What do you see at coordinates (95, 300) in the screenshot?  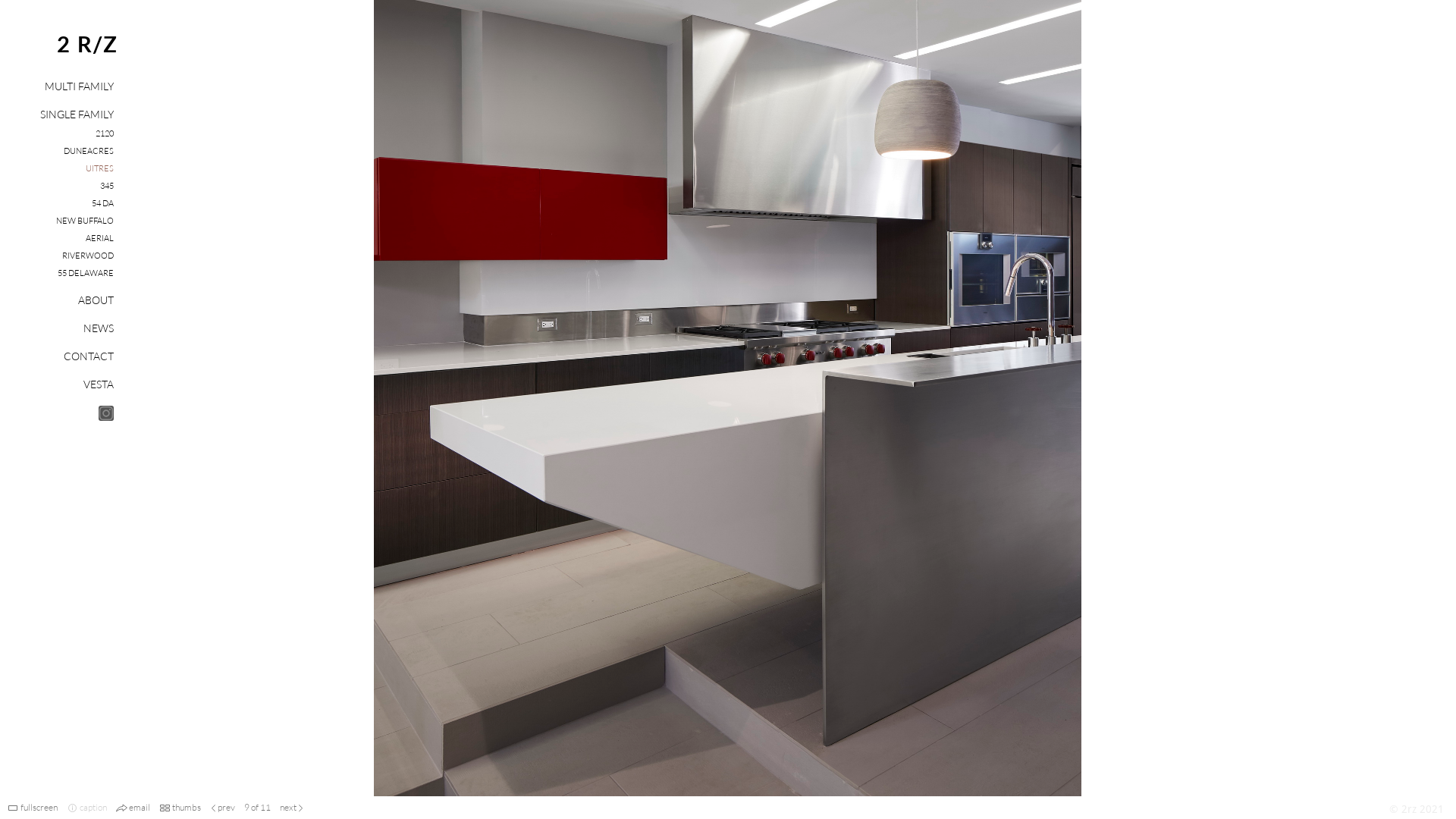 I see `'ABOUT'` at bounding box center [95, 300].